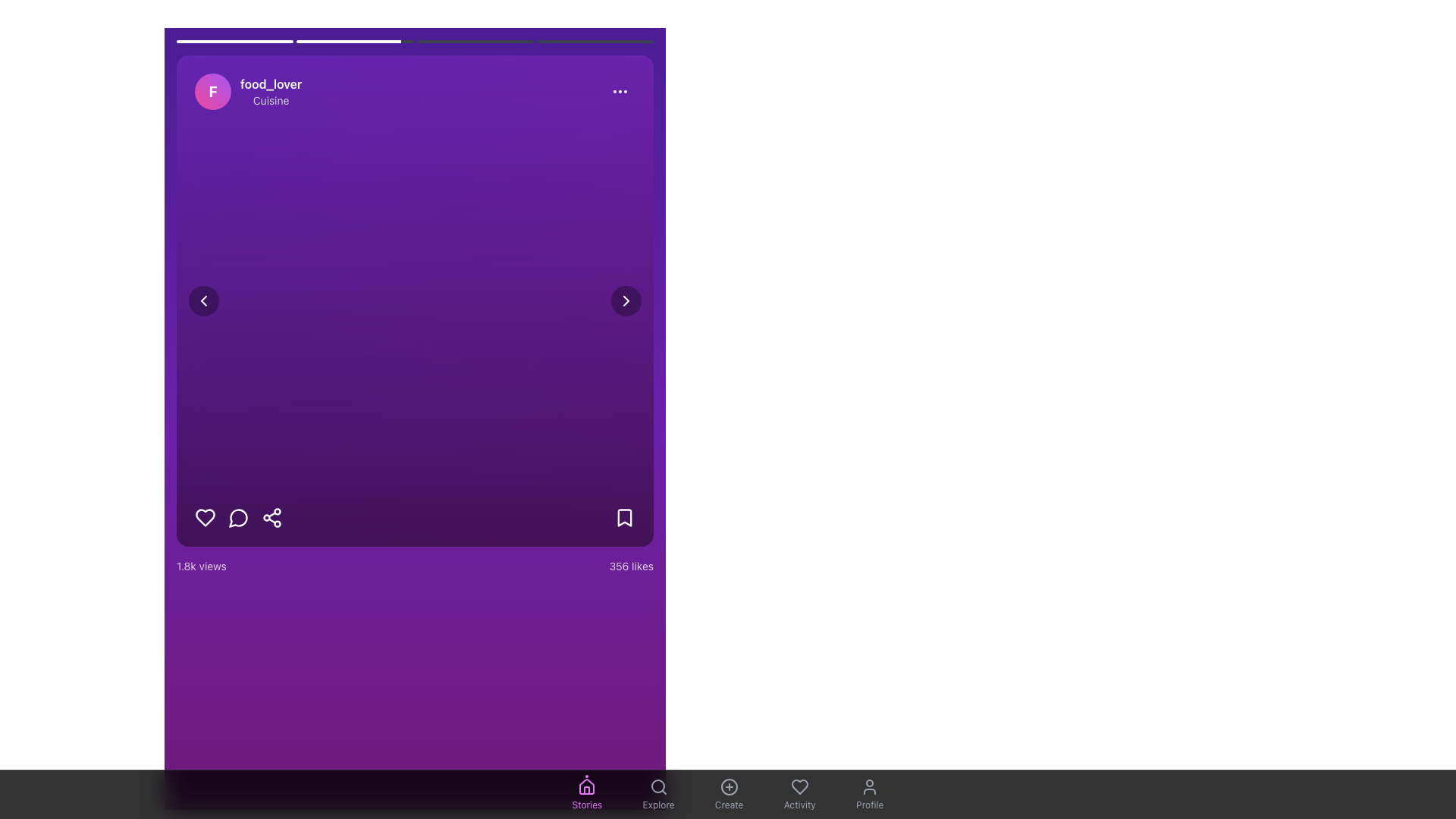 This screenshot has width=1456, height=819. What do you see at coordinates (238, 516) in the screenshot?
I see `the second icon resembling a speech bubble, which is located at the bottom left of the main content area` at bounding box center [238, 516].